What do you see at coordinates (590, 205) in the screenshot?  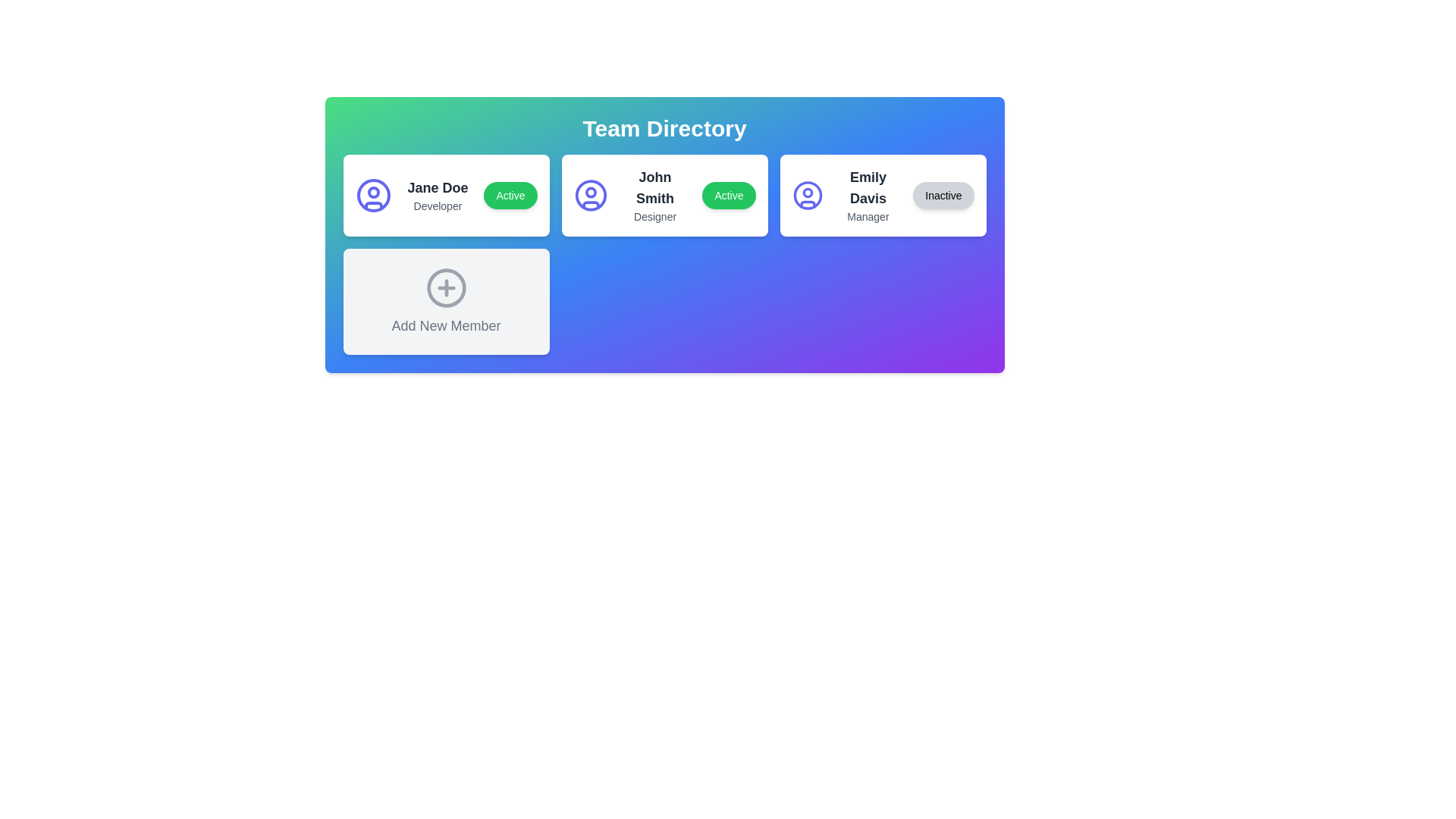 I see `the decorative user profile icon located in the profile card of 'John Smith', the Designer` at bounding box center [590, 205].